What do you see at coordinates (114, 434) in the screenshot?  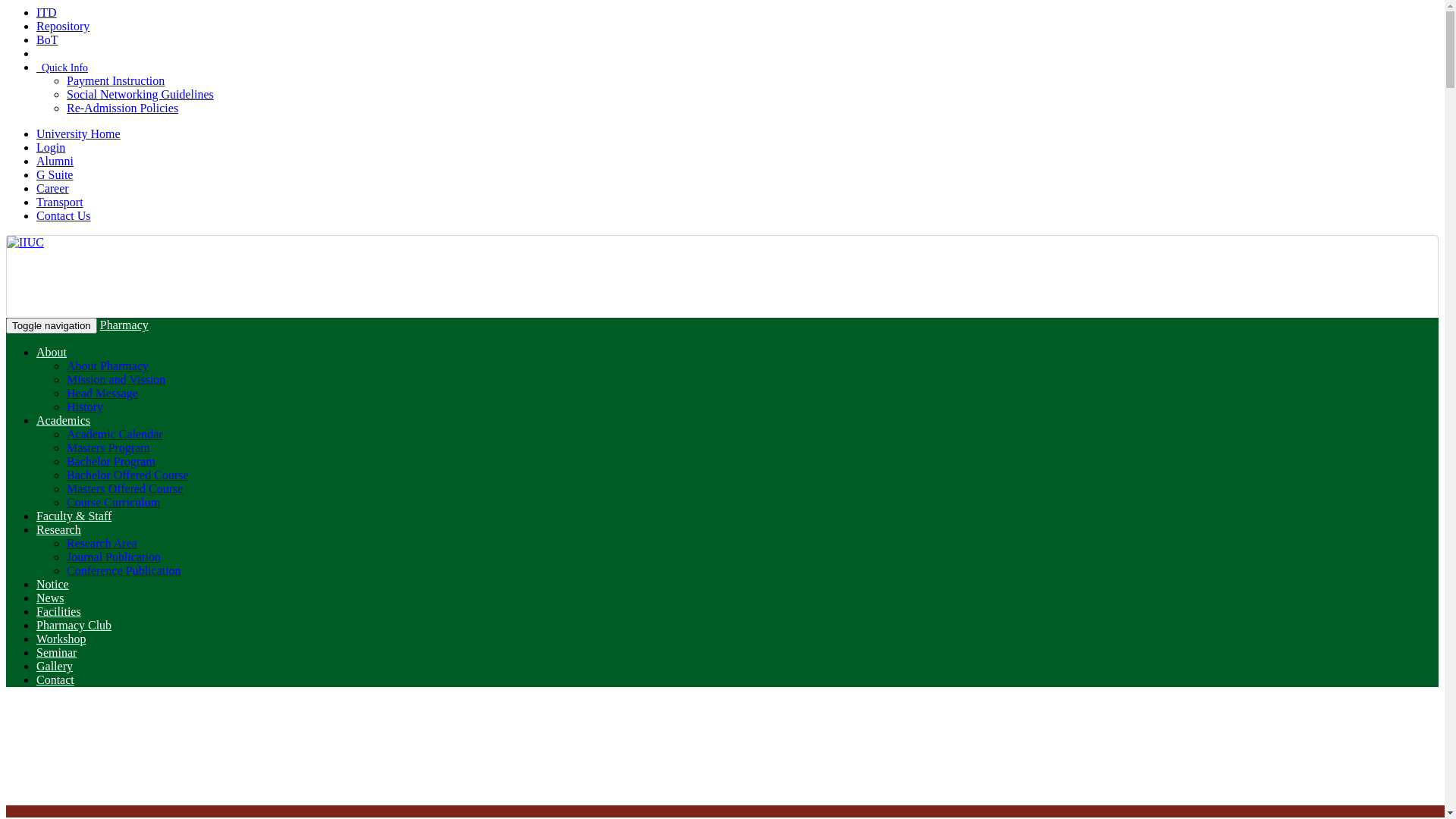 I see `'Academic Calendar'` at bounding box center [114, 434].